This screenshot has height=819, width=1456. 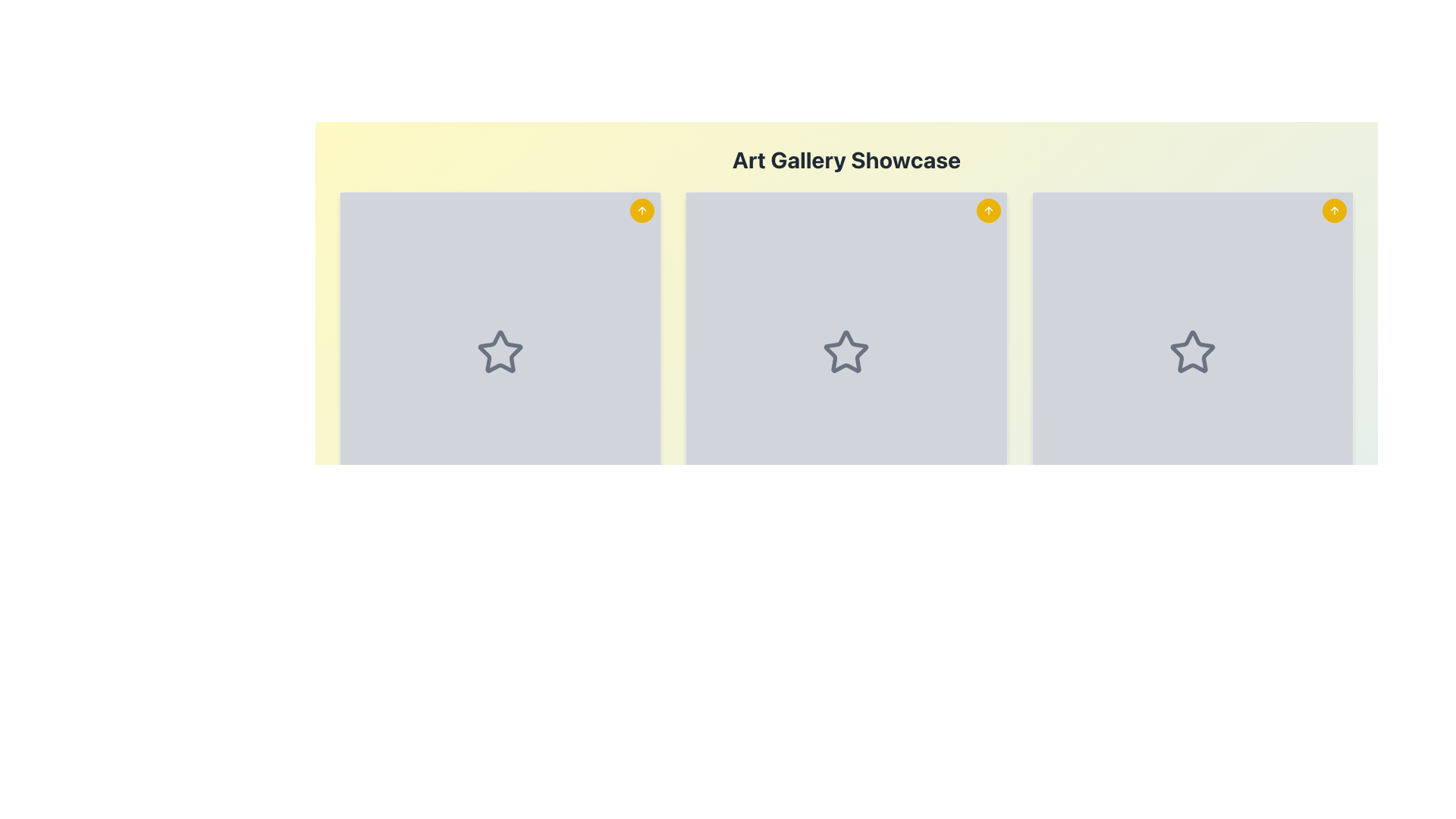 I want to click on the rightmost star-shaped outline icon in the gray square box under the heading 'Art Gallery Showcase' to interact with or select it, so click(x=1191, y=351).